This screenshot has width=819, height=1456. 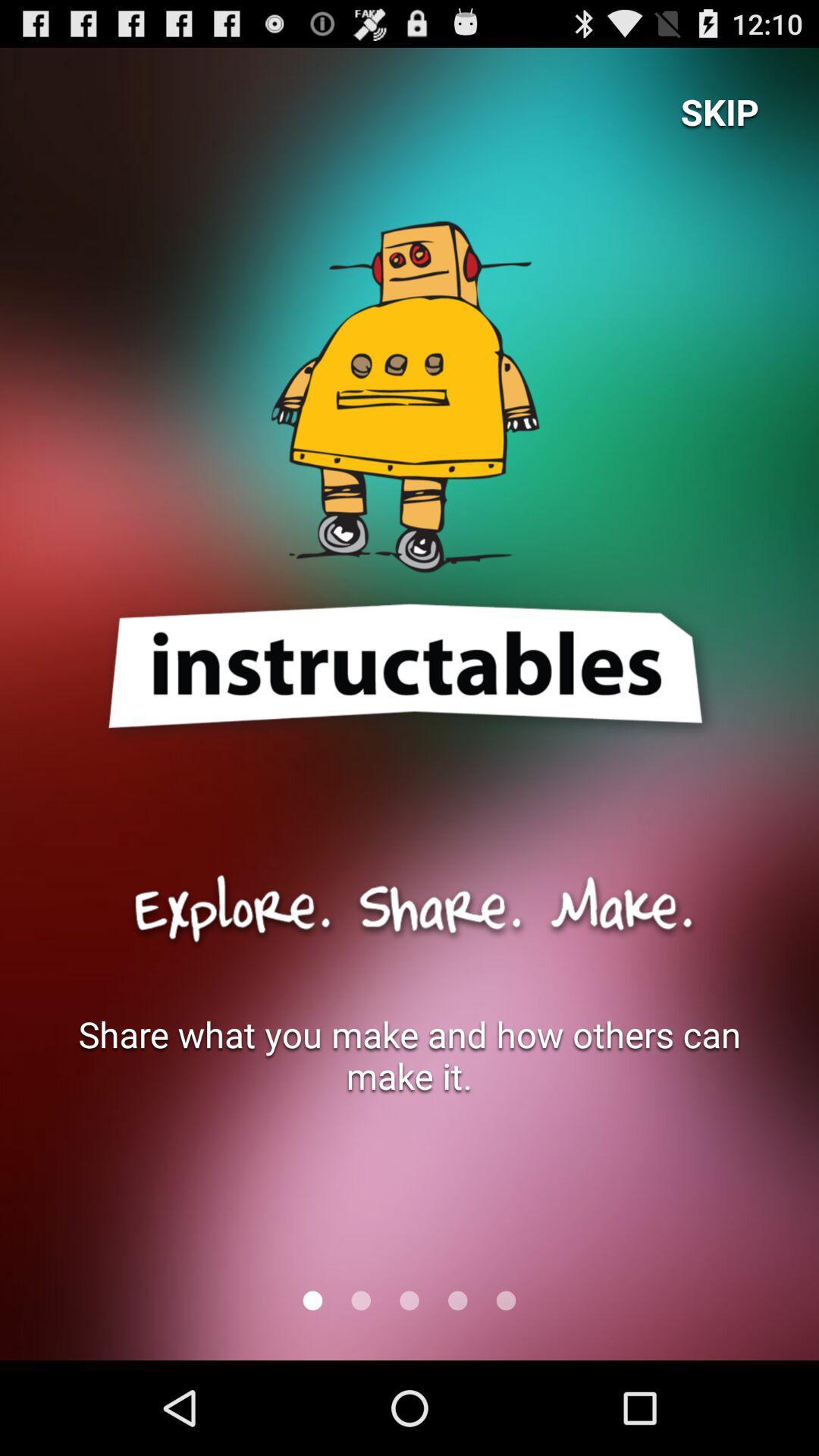 What do you see at coordinates (719, 111) in the screenshot?
I see `item at the top right corner` at bounding box center [719, 111].